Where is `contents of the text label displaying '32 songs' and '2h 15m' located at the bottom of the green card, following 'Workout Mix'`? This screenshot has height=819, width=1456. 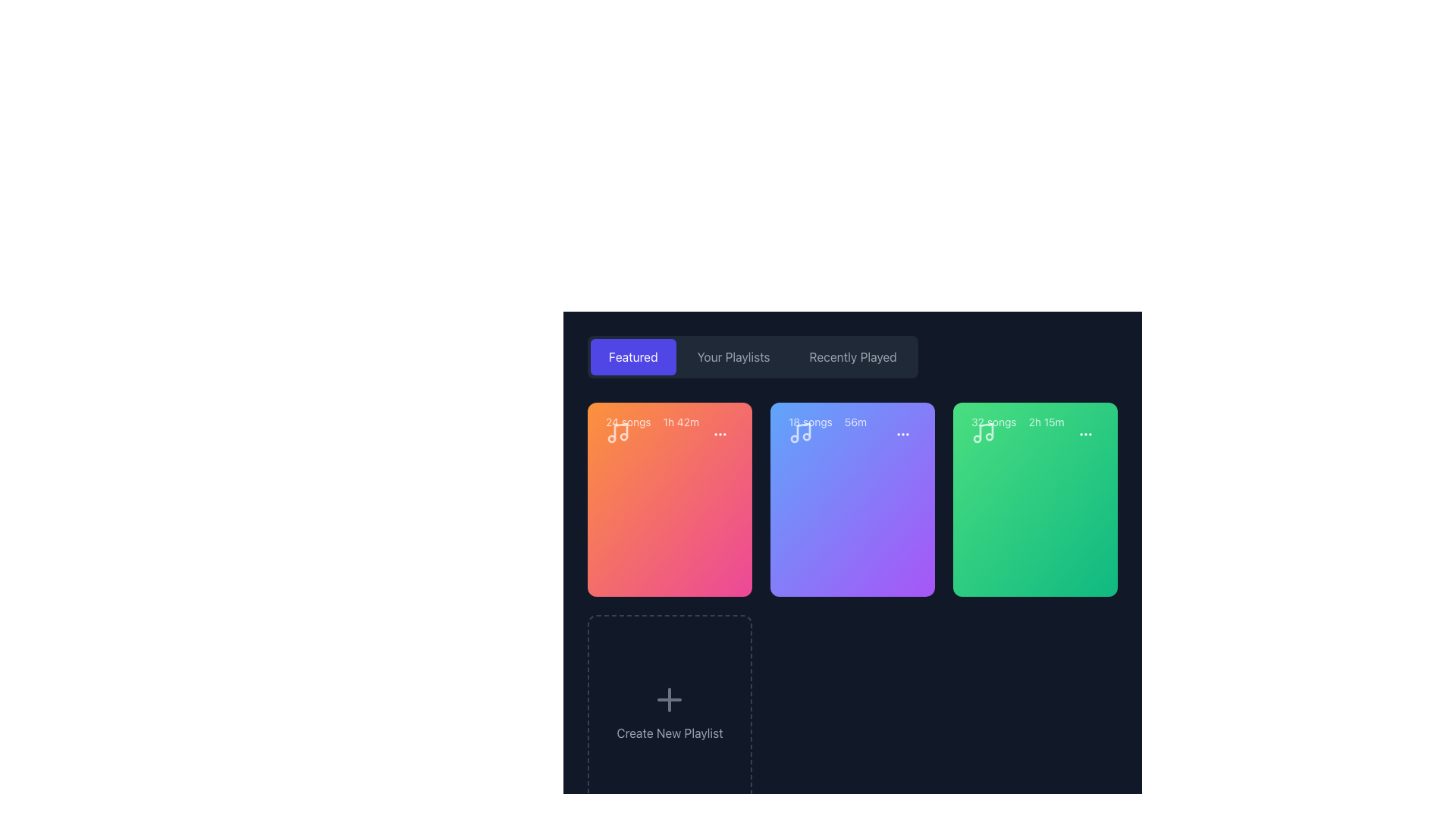
contents of the text label displaying '32 songs' and '2h 15m' located at the bottom of the green card, following 'Workout Mix' is located at coordinates (1018, 422).